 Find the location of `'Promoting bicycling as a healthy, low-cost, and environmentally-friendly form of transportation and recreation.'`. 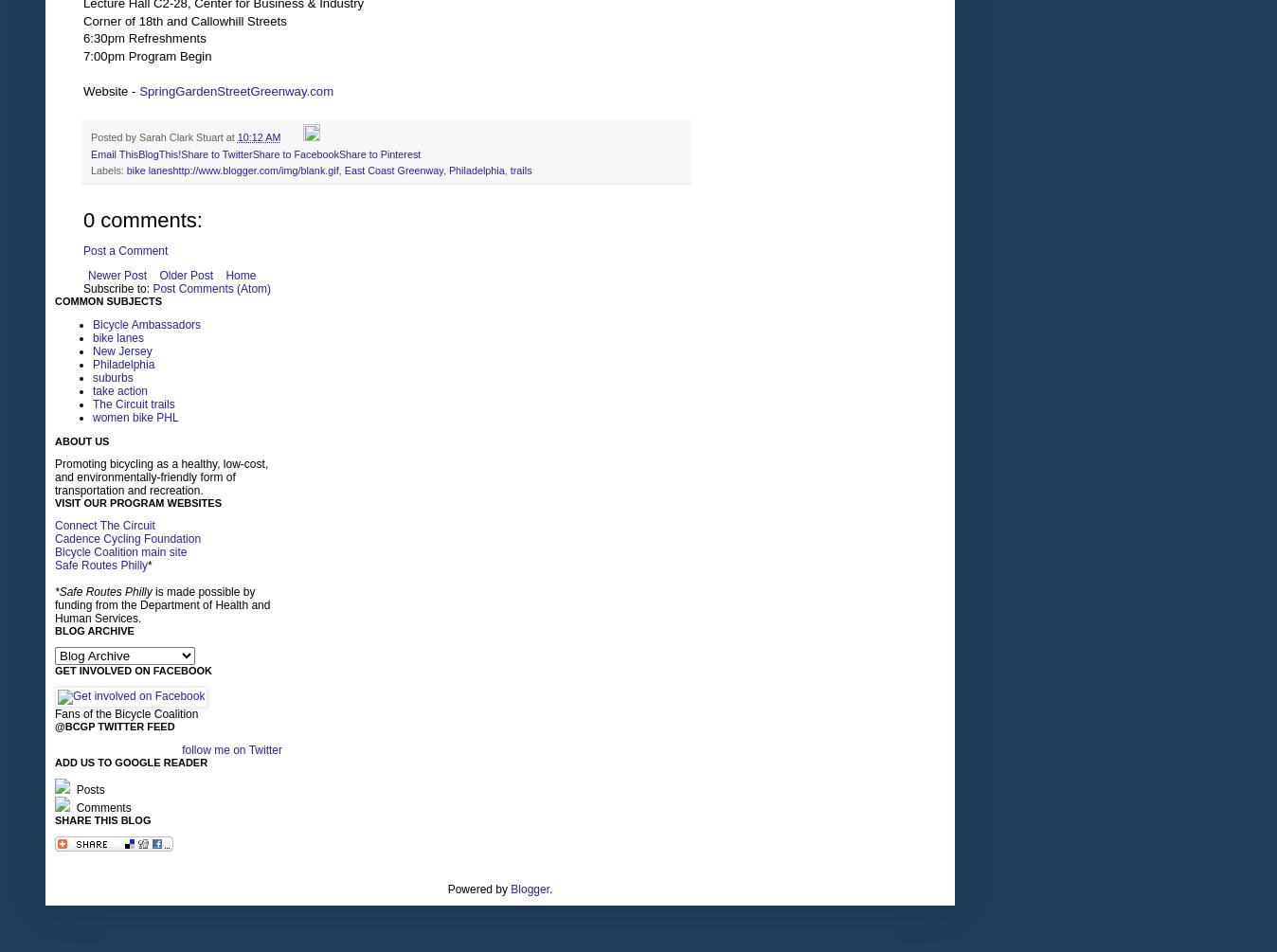

'Promoting bicycling as a healthy, low-cost, and environmentally-friendly form of transportation and recreation.' is located at coordinates (161, 476).